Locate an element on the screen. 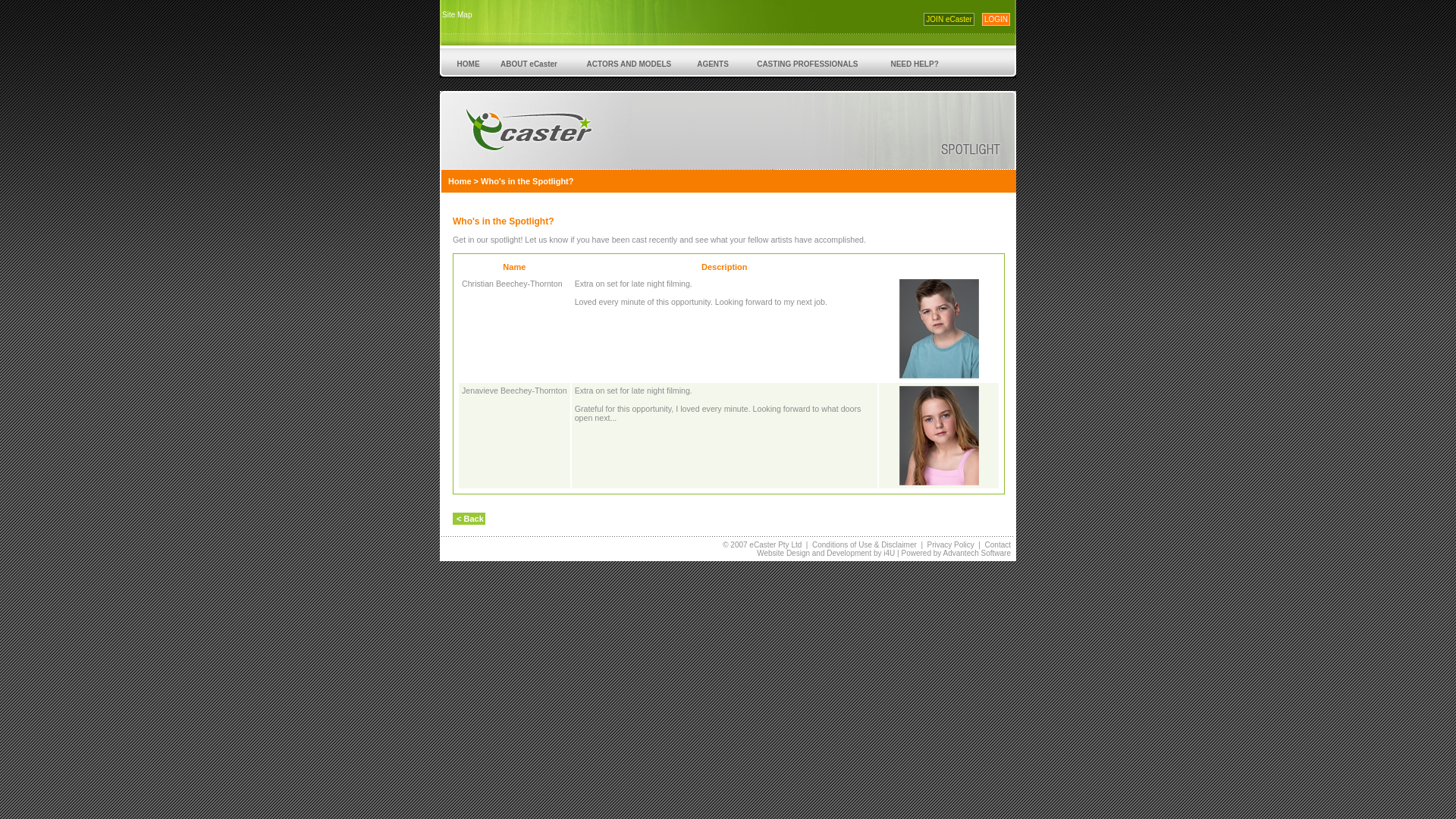  'Description' is located at coordinates (723, 265).